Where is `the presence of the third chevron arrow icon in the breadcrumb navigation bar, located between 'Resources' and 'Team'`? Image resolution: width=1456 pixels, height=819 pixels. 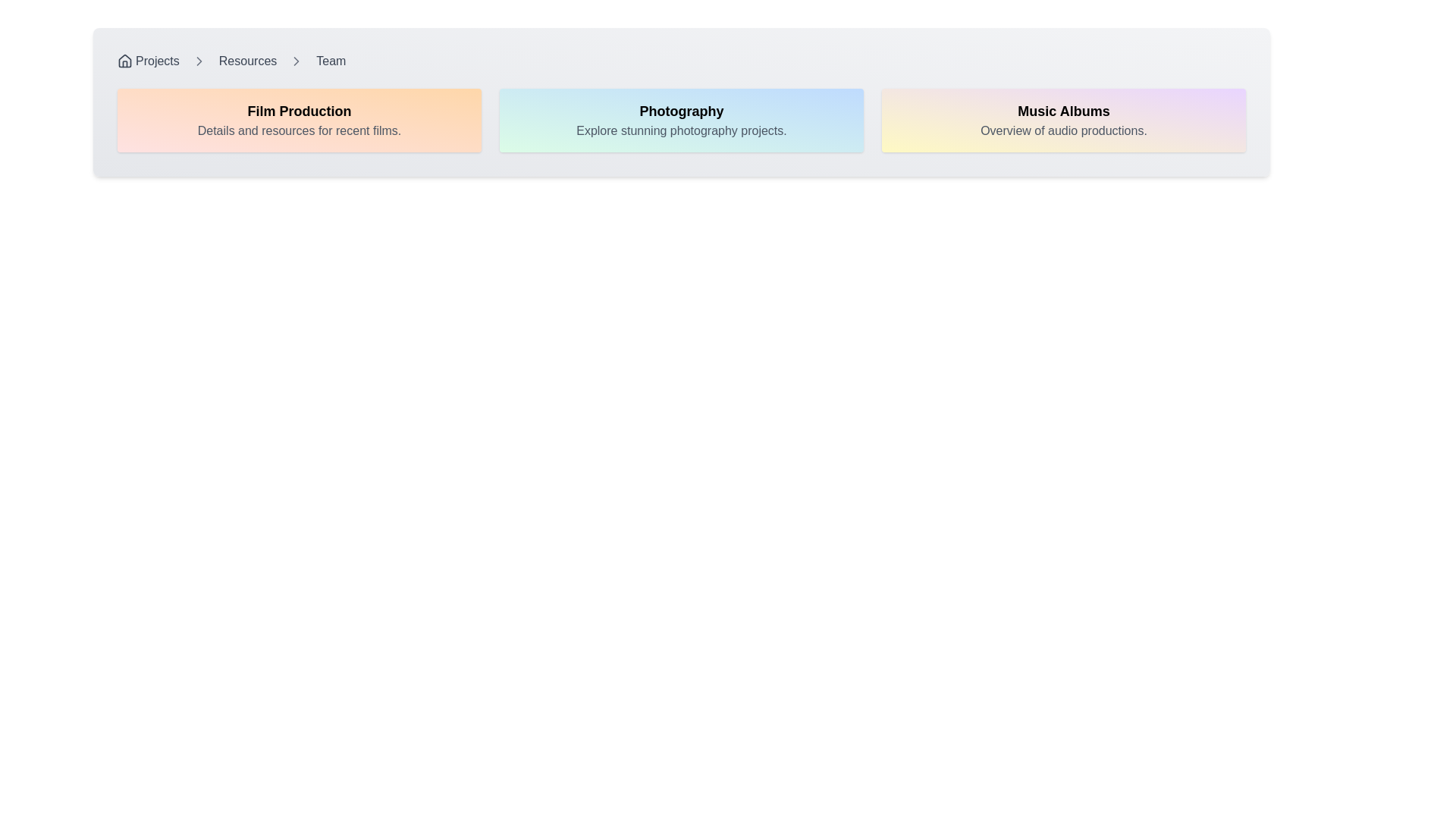
the presence of the third chevron arrow icon in the breadcrumb navigation bar, located between 'Resources' and 'Team' is located at coordinates (297, 61).